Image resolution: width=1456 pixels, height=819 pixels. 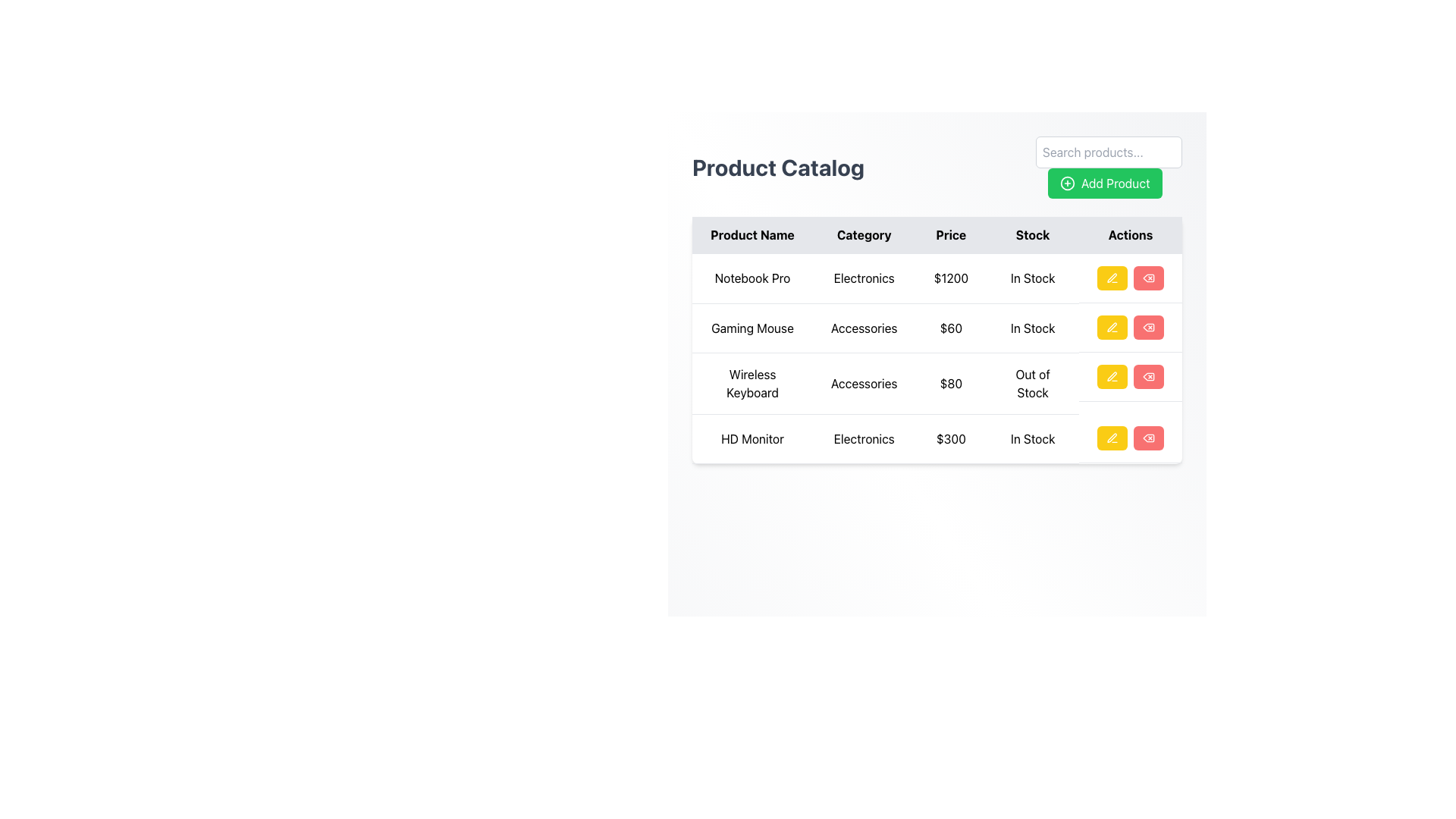 I want to click on the static text label displaying 'Electronics', which is located in the second cell under the 'Category' column of the product 'HD Monitor' row, so click(x=864, y=438).